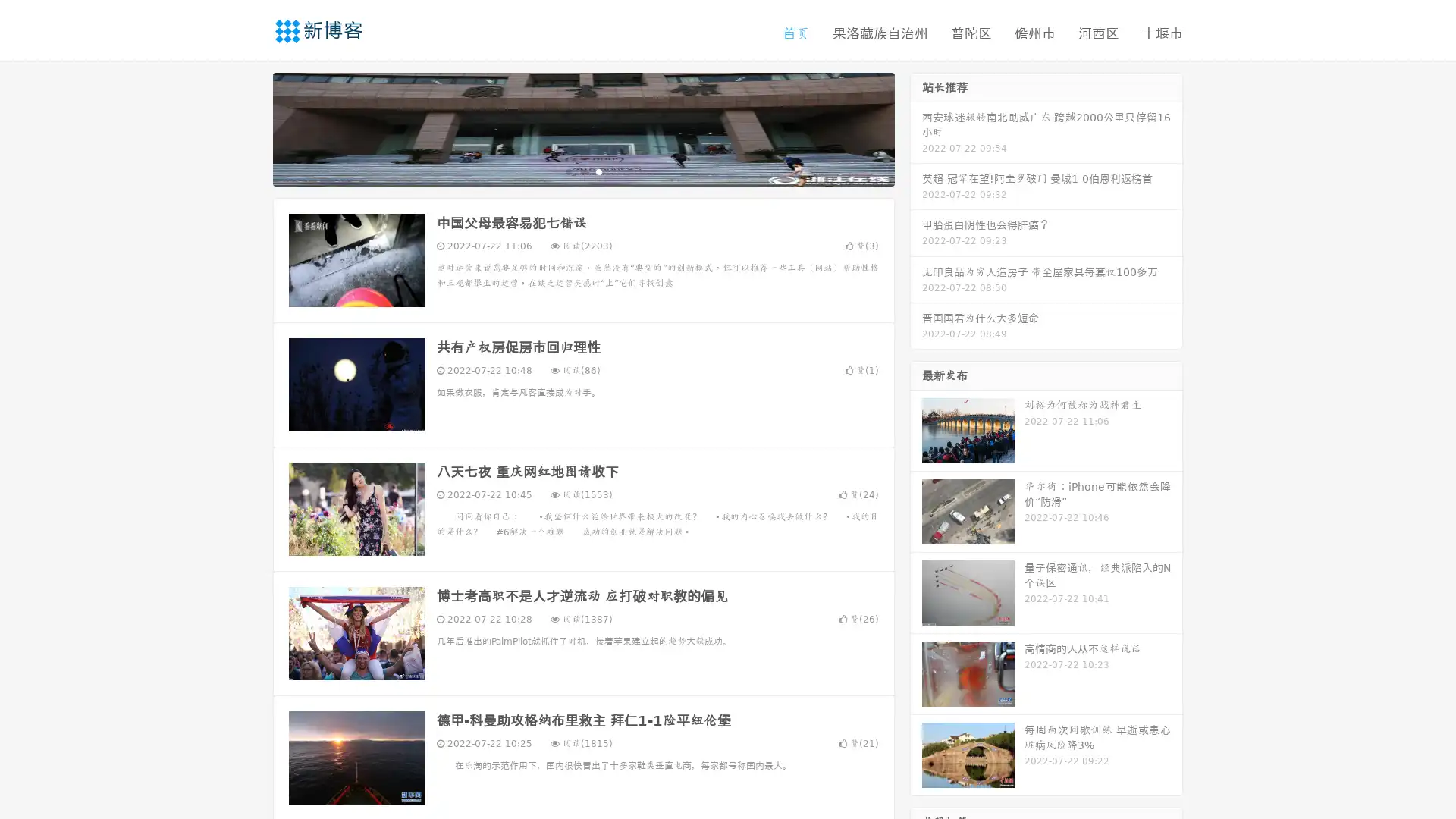 Image resolution: width=1456 pixels, height=819 pixels. Describe the element at coordinates (567, 171) in the screenshot. I see `Go to slide 1` at that location.